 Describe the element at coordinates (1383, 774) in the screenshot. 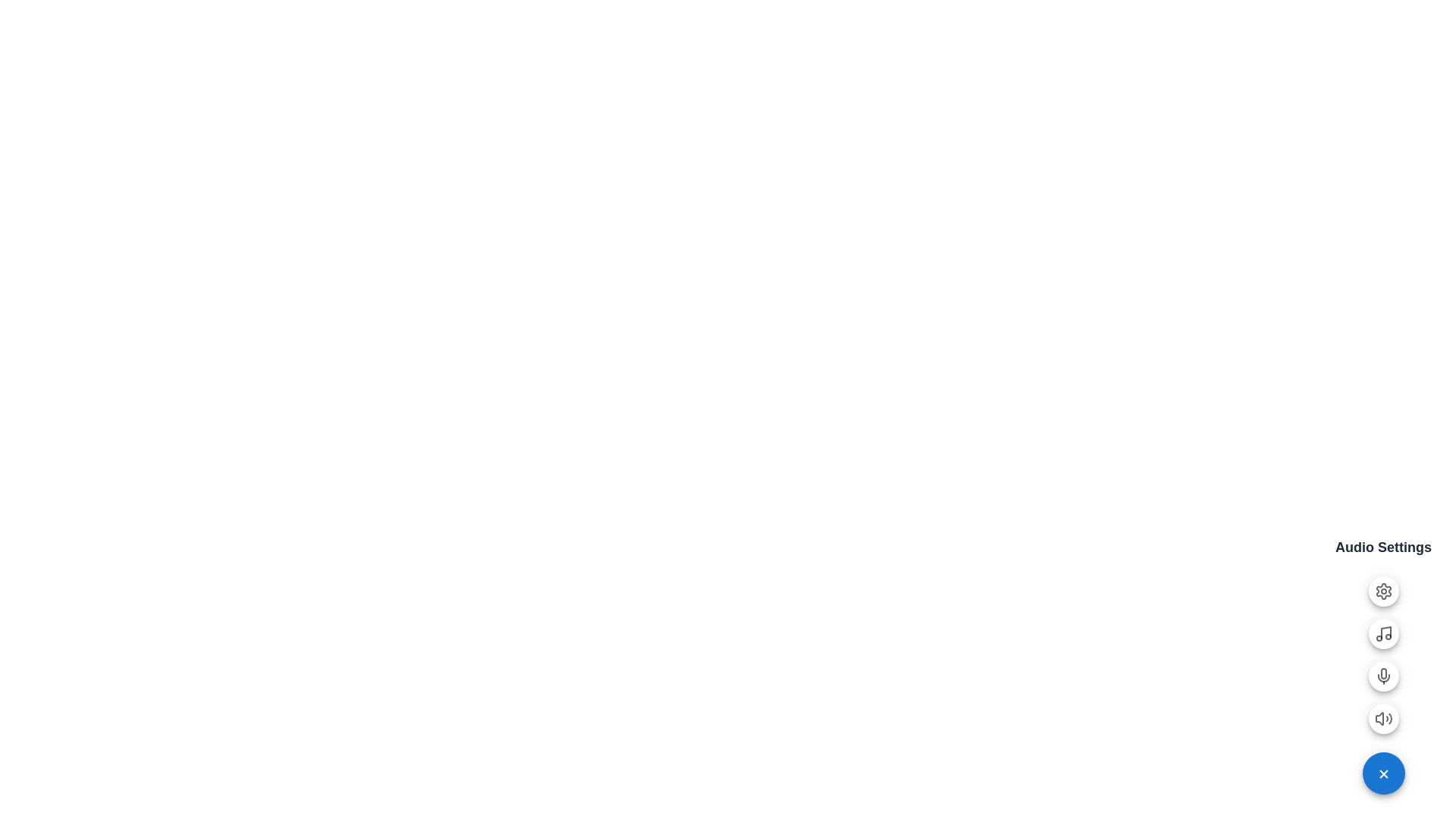

I see `the plus icon button, which is a white plus sign centered within a blue circular background, located at the bottom-right corner of the interface` at that location.